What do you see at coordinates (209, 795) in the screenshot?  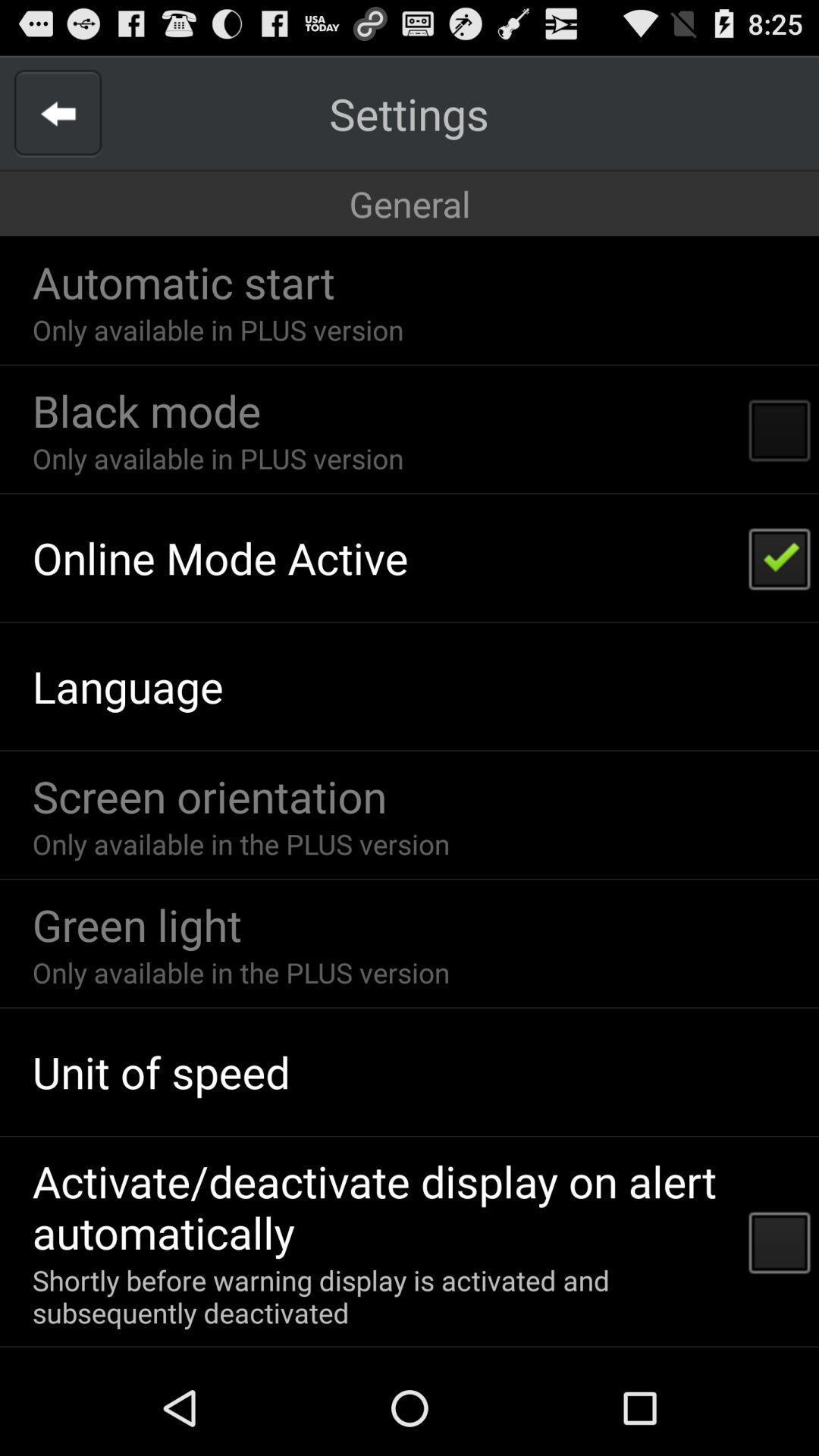 I see `the app above the only available in app` at bounding box center [209, 795].